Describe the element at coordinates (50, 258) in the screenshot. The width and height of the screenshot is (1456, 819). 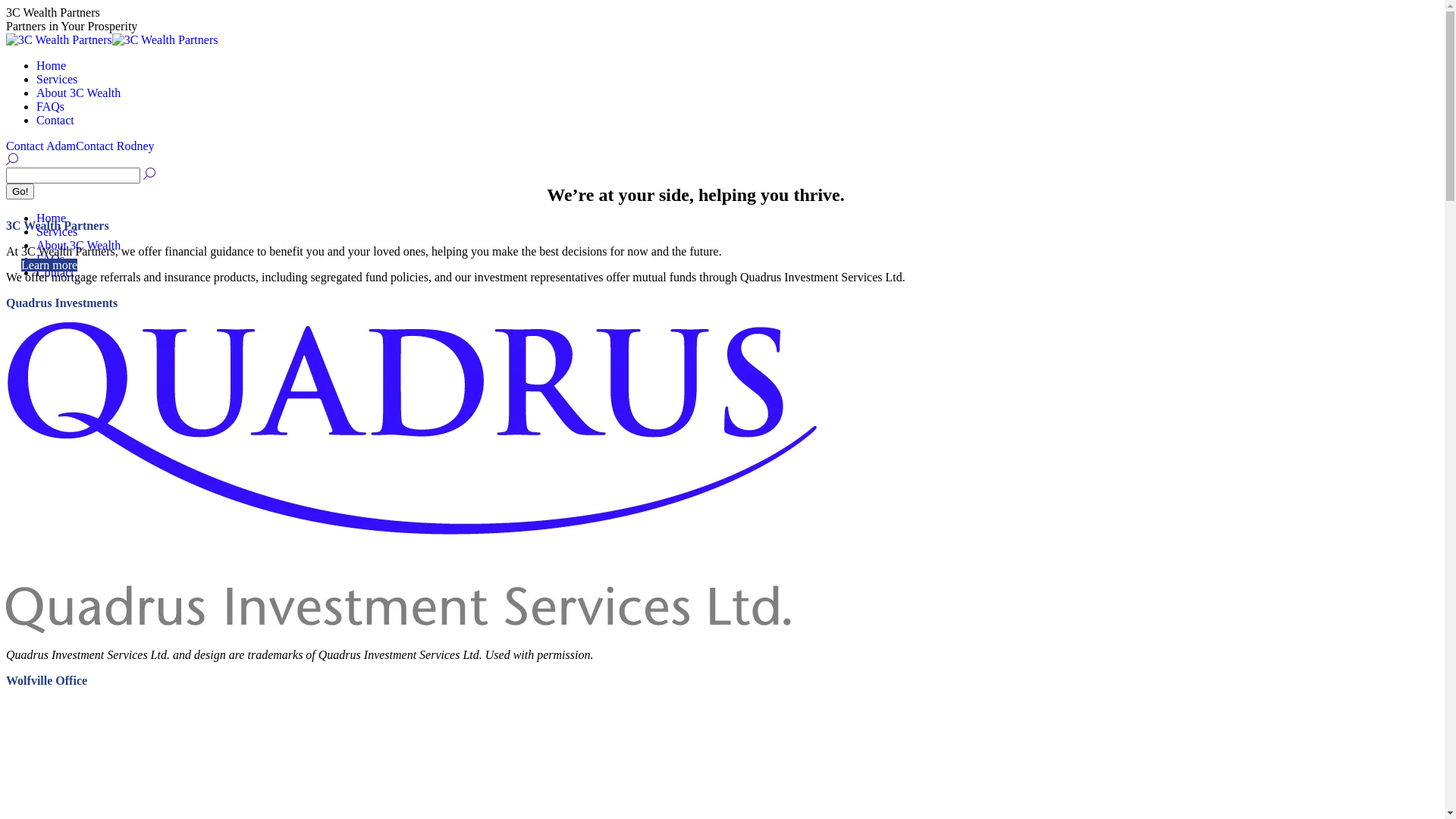
I see `'FAQs'` at that location.